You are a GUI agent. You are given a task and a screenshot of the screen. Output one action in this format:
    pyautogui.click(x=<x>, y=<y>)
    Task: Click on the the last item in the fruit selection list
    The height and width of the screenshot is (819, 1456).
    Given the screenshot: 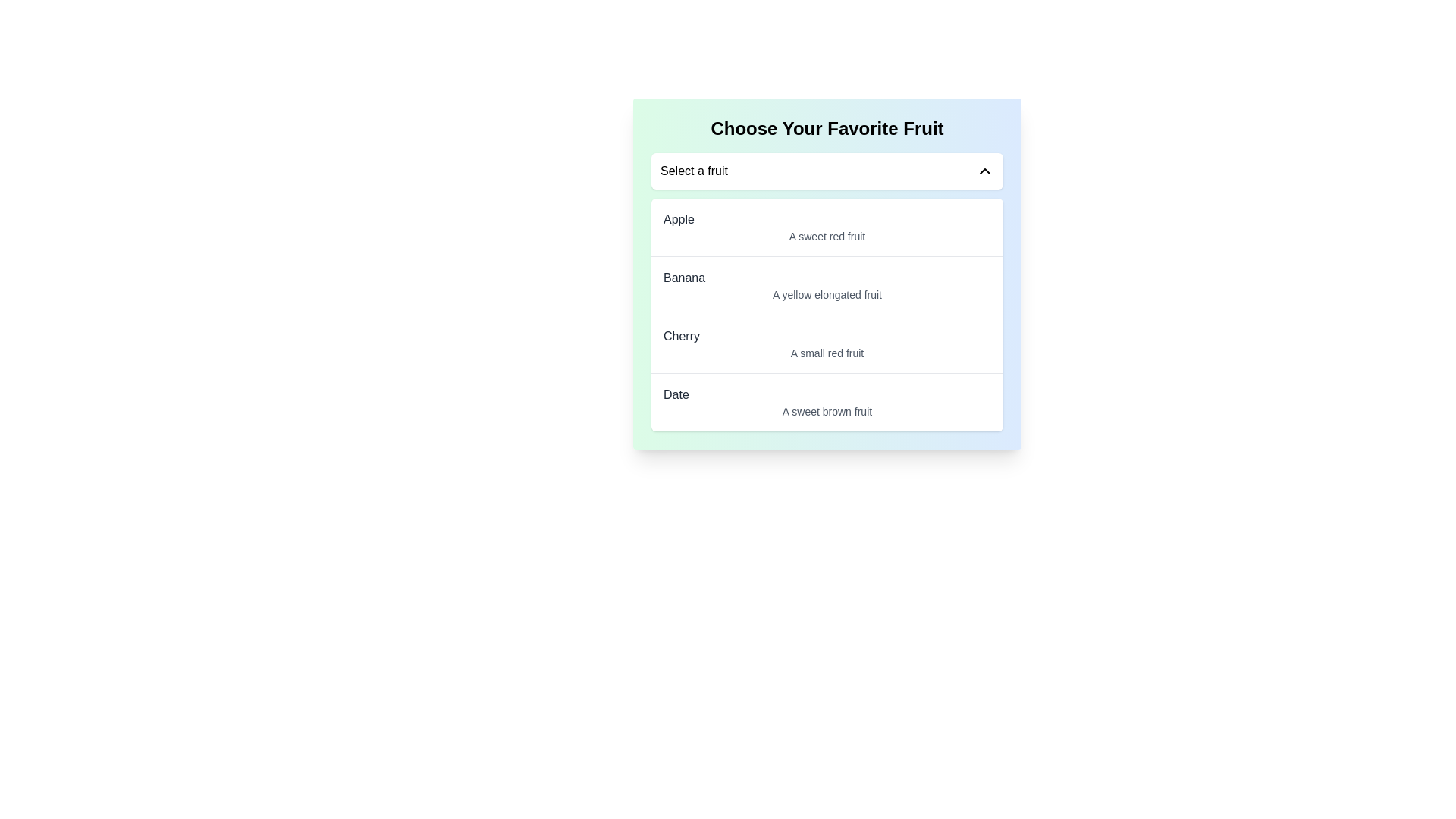 What is the action you would take?
    pyautogui.click(x=826, y=401)
    